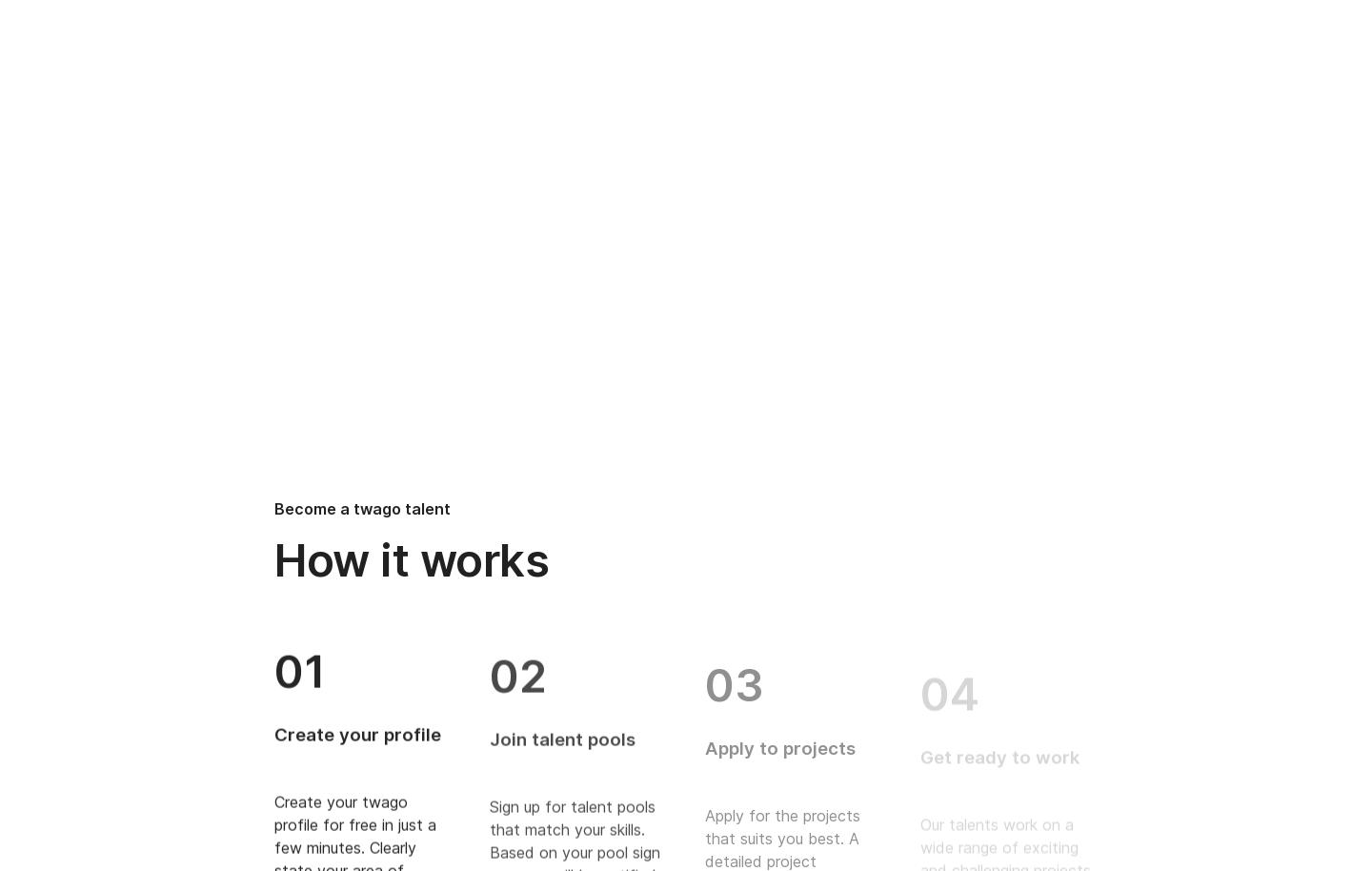  Describe the element at coordinates (733, 669) in the screenshot. I see `'03'` at that location.